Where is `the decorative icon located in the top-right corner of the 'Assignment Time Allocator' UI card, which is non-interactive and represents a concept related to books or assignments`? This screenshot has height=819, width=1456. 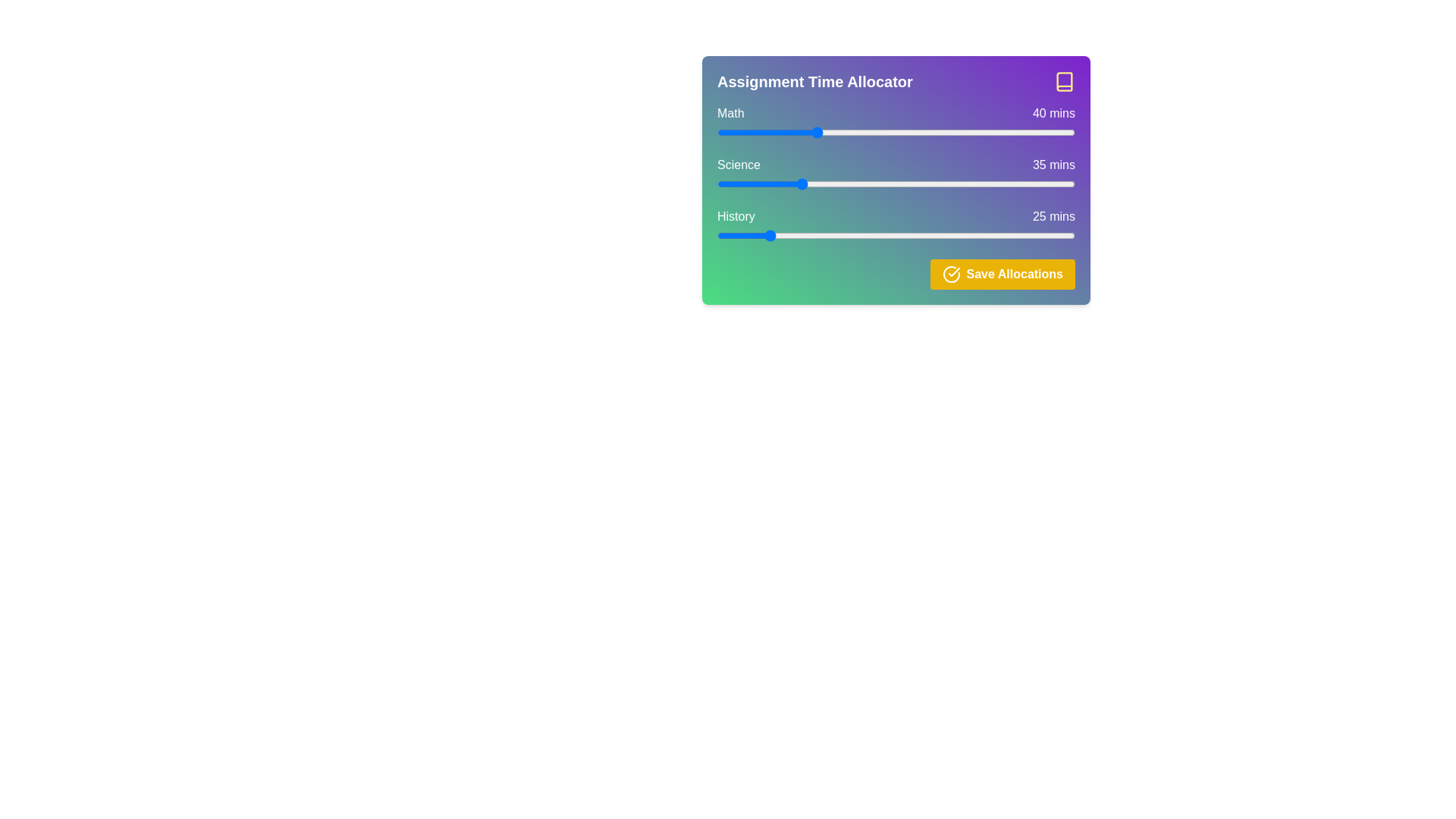 the decorative icon located in the top-right corner of the 'Assignment Time Allocator' UI card, which is non-interactive and represents a concept related to books or assignments is located at coordinates (1063, 82).